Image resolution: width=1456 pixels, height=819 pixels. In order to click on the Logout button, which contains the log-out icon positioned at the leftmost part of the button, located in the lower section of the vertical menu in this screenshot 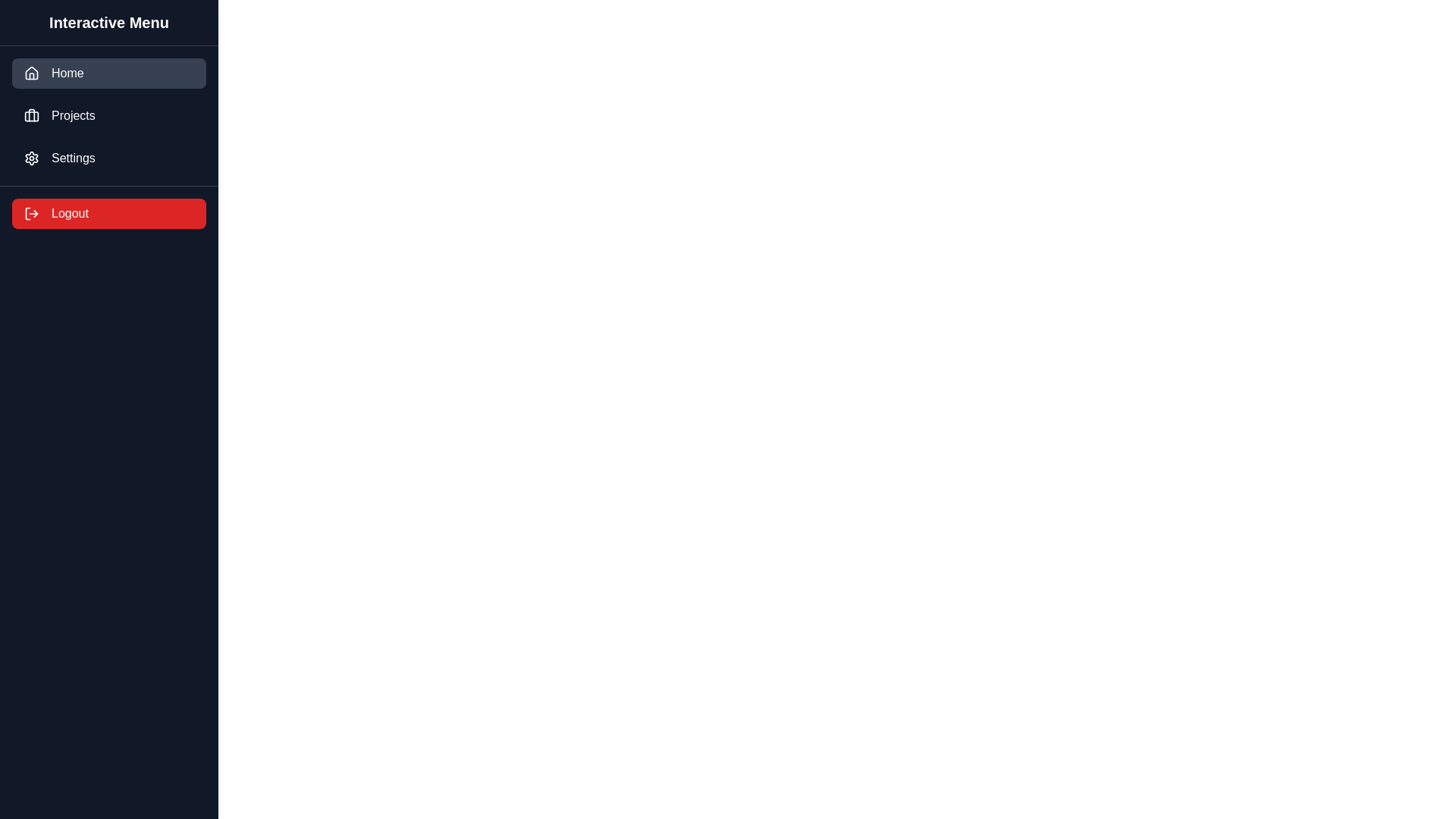, I will do `click(32, 213)`.